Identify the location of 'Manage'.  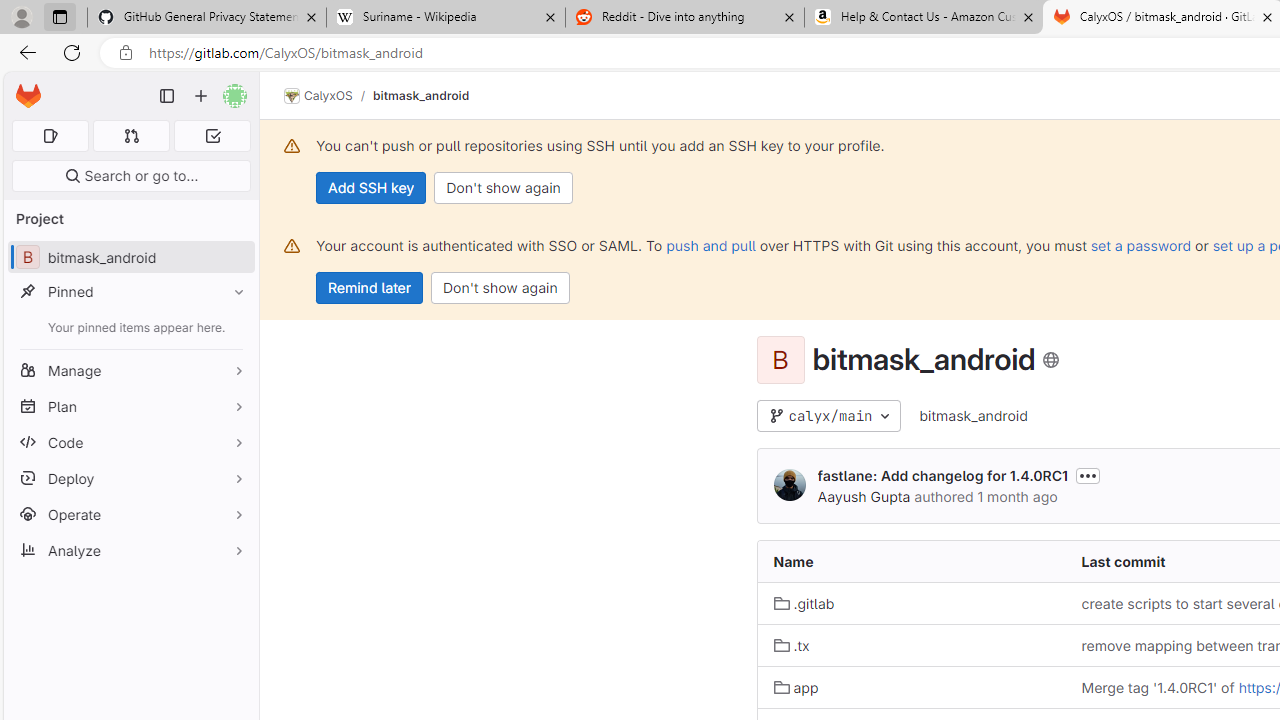
(130, 370).